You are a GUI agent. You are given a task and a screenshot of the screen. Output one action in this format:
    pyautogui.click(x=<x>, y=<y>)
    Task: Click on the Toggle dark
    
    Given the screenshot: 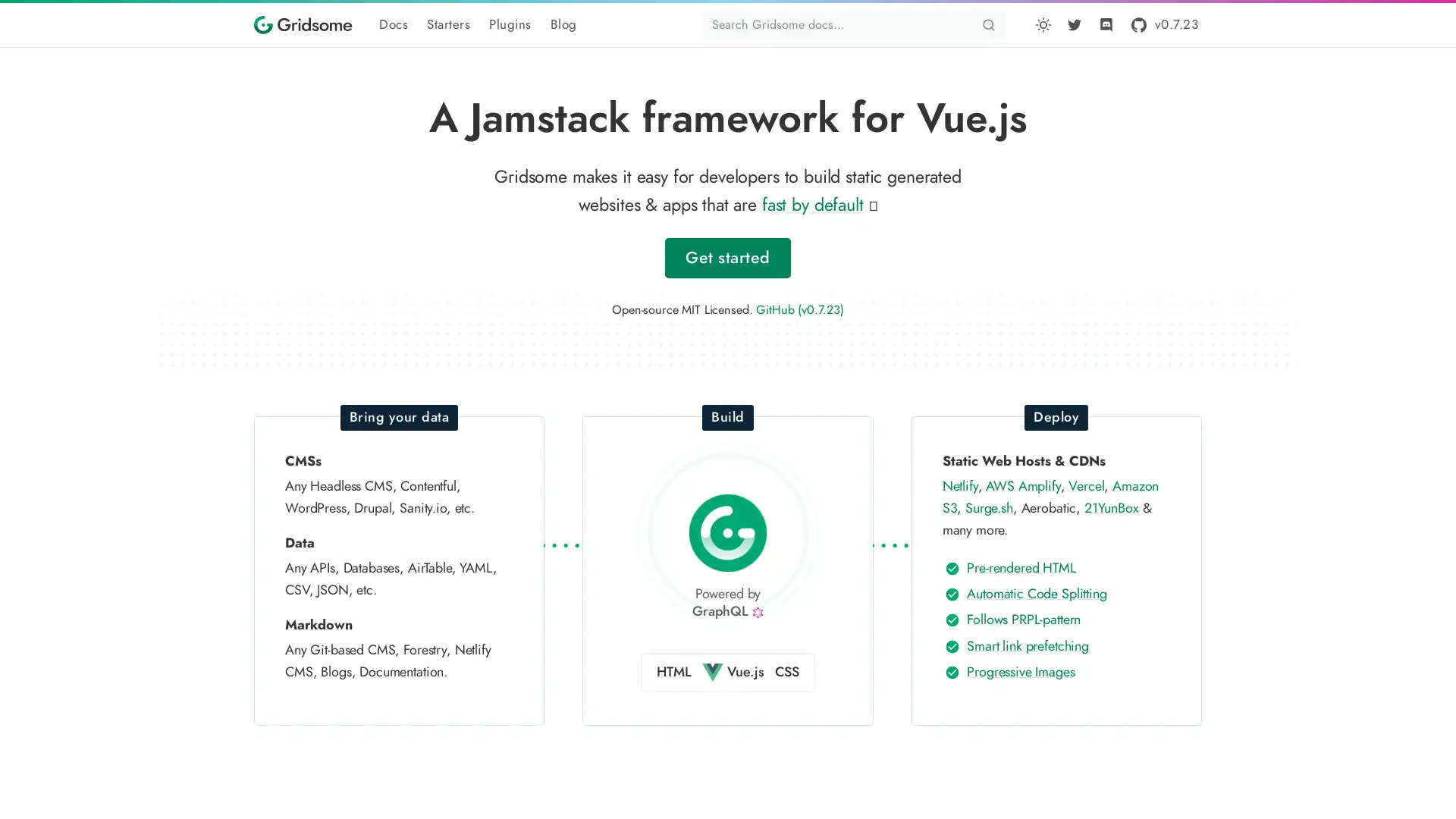 What is the action you would take?
    pyautogui.click(x=1041, y=25)
    